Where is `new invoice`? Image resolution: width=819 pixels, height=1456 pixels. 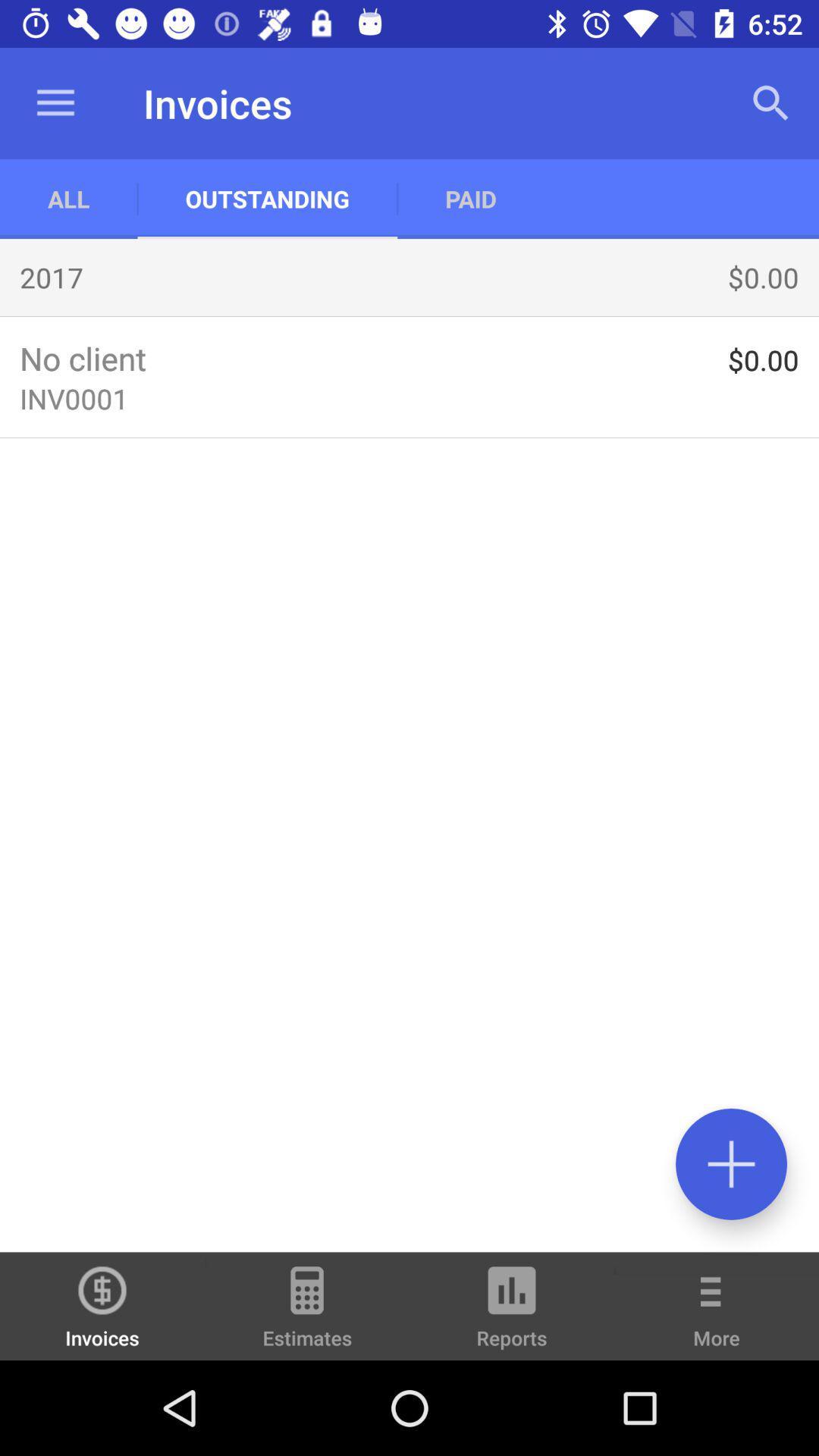
new invoice is located at coordinates (730, 1163).